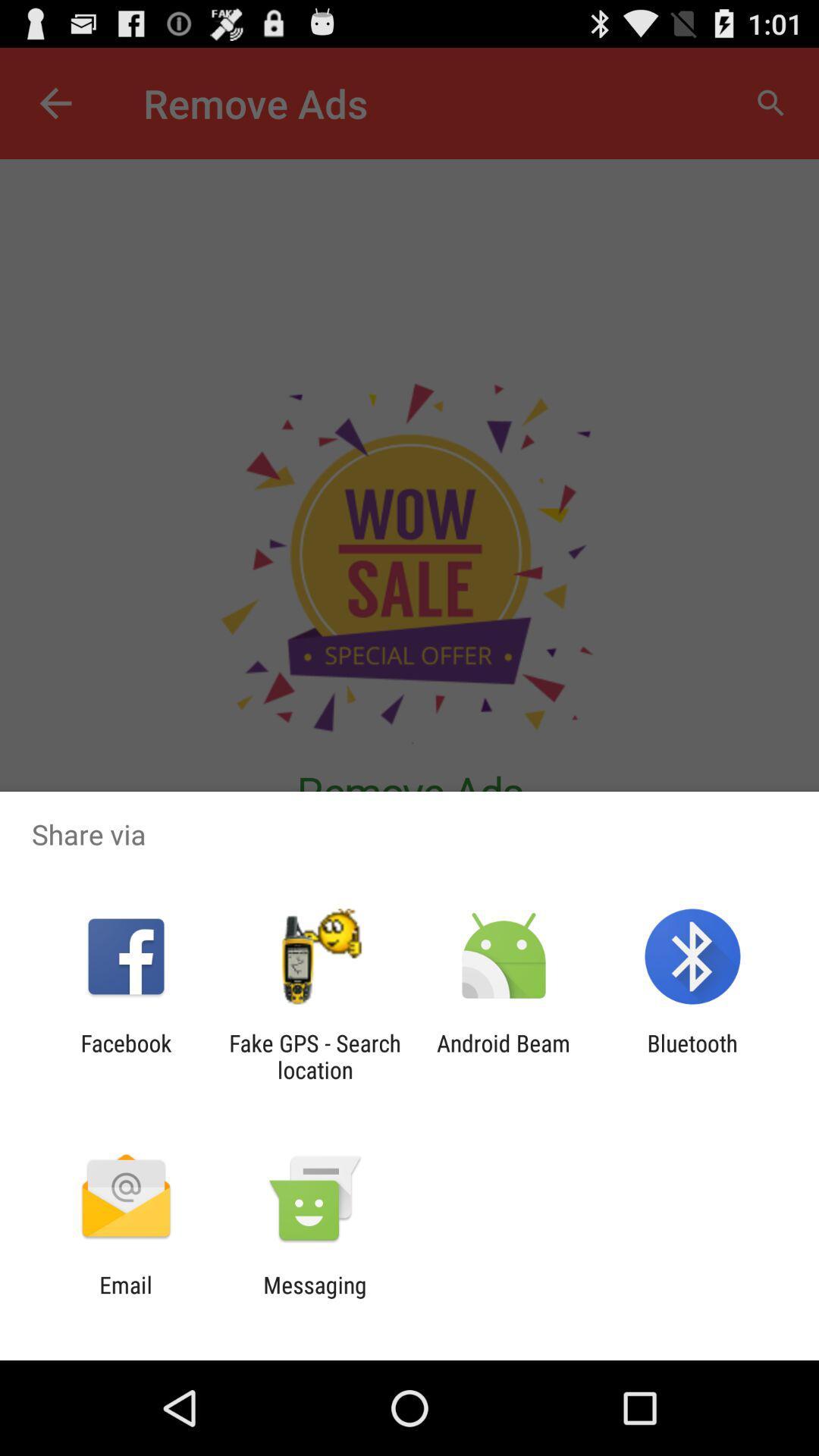 The height and width of the screenshot is (1456, 819). I want to click on item to the right of the fake gps search icon, so click(504, 1056).